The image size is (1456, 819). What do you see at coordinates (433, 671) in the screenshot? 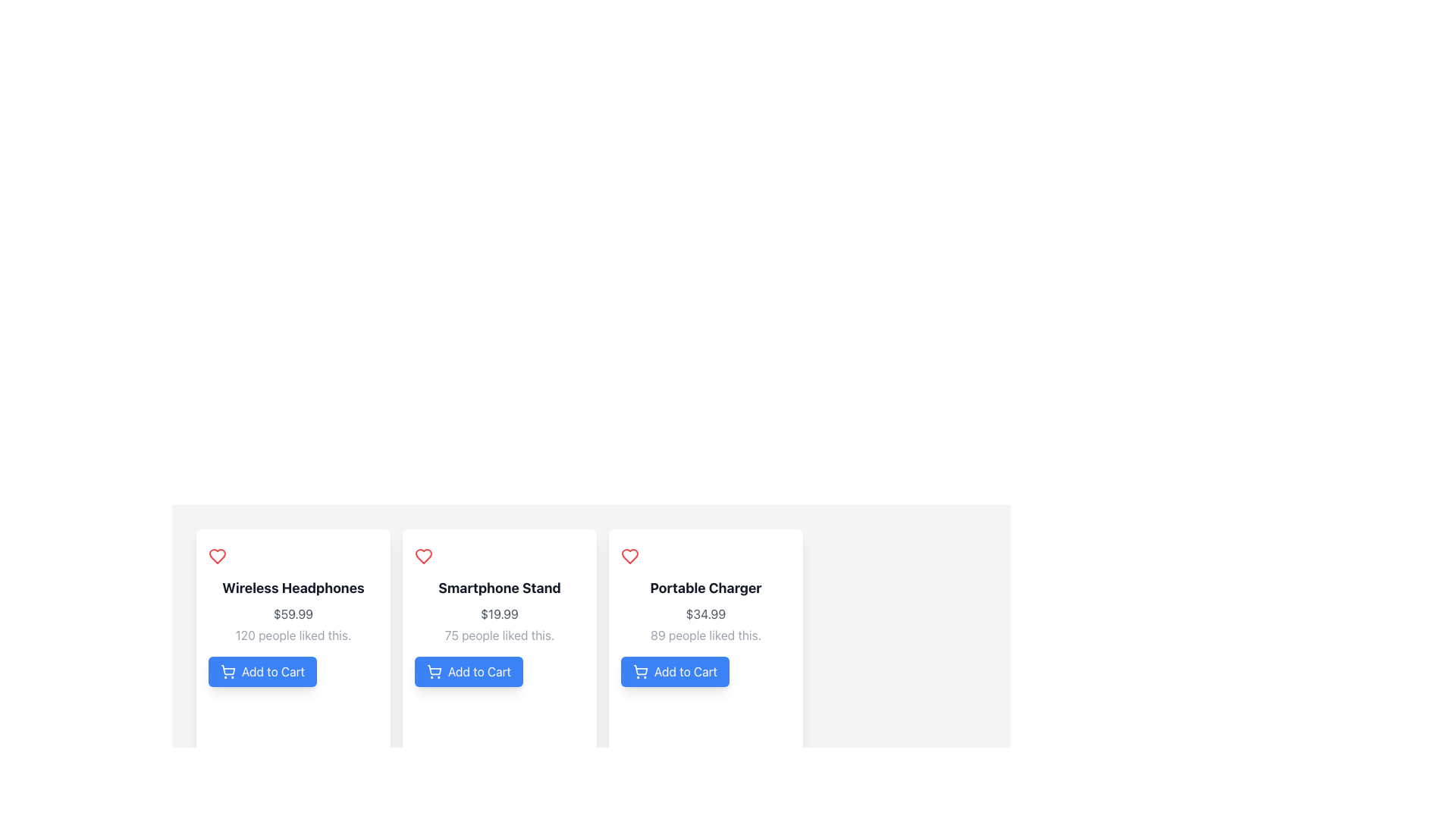
I see `the add-to-cart icon located in the second product card to initiate the add-to-cart action` at bounding box center [433, 671].